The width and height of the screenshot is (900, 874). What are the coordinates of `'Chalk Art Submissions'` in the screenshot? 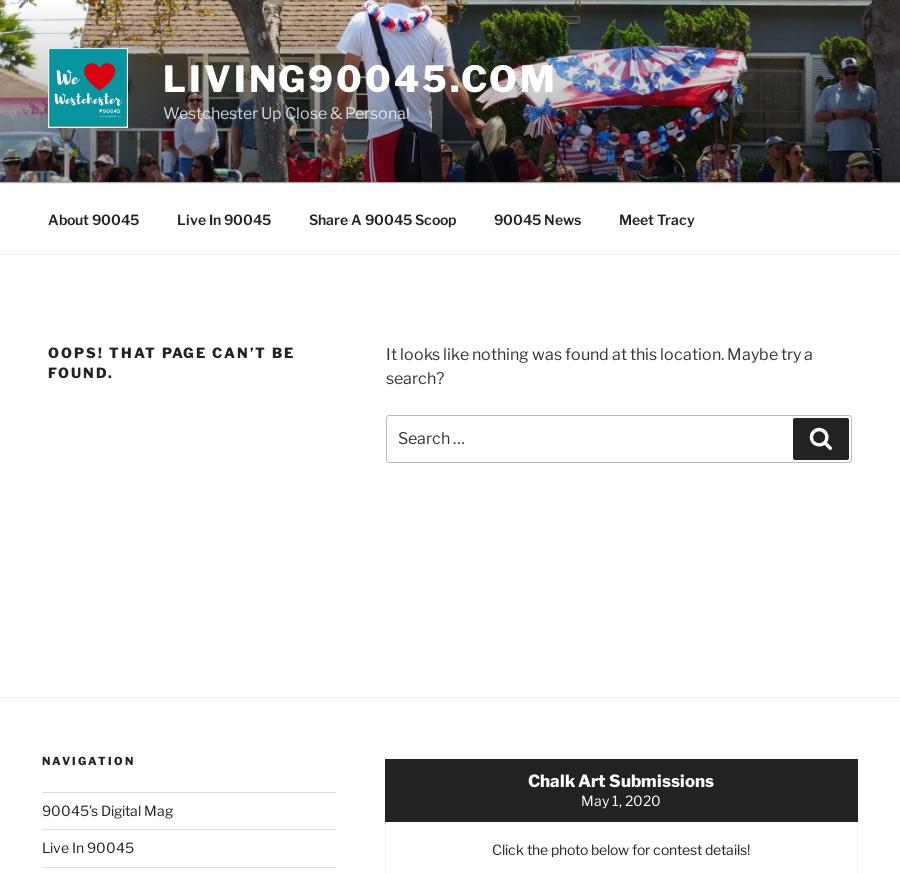 It's located at (527, 778).